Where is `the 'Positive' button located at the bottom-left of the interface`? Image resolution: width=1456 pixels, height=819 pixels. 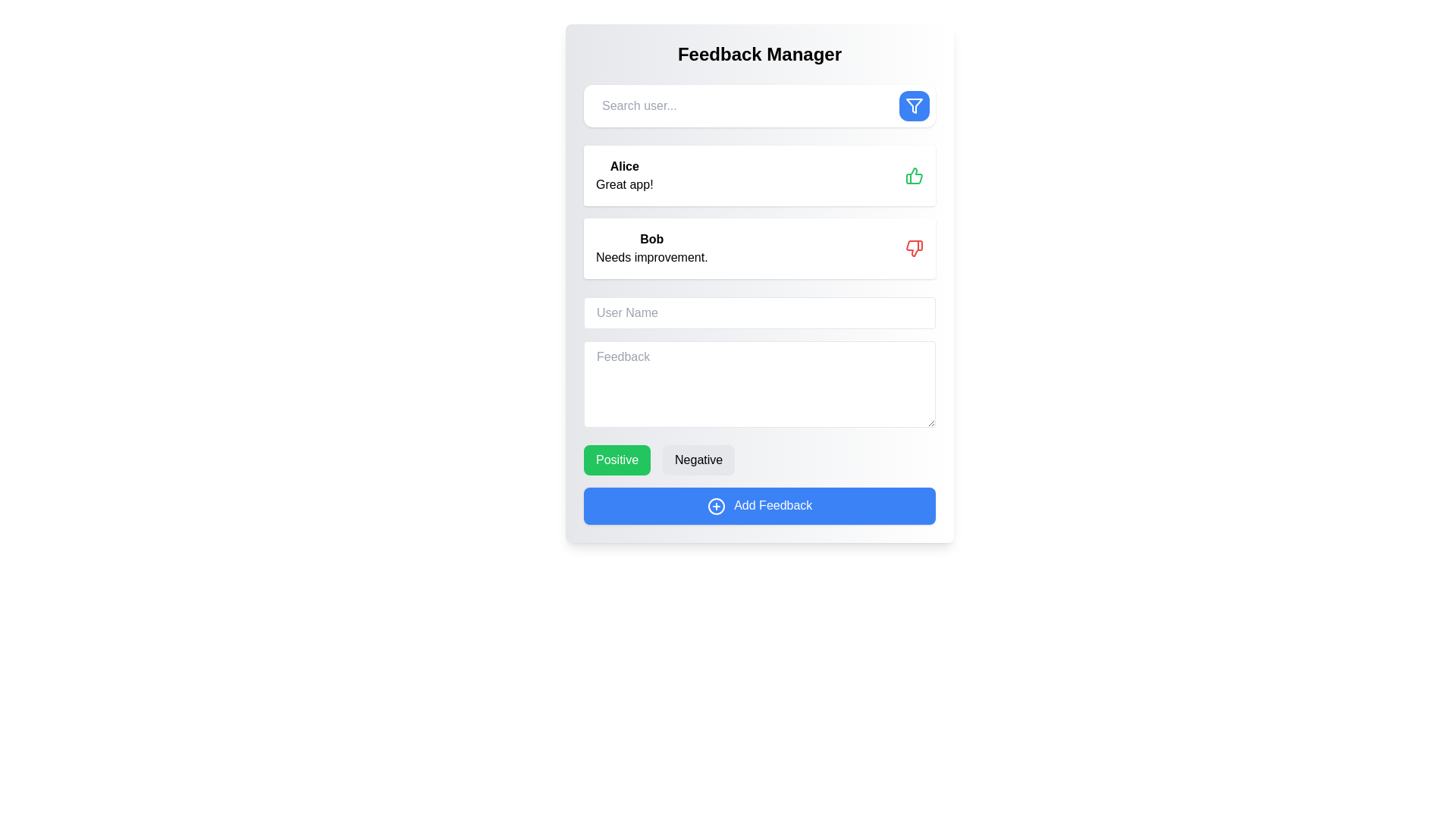
the 'Positive' button located at the bottom-left of the interface is located at coordinates (617, 459).